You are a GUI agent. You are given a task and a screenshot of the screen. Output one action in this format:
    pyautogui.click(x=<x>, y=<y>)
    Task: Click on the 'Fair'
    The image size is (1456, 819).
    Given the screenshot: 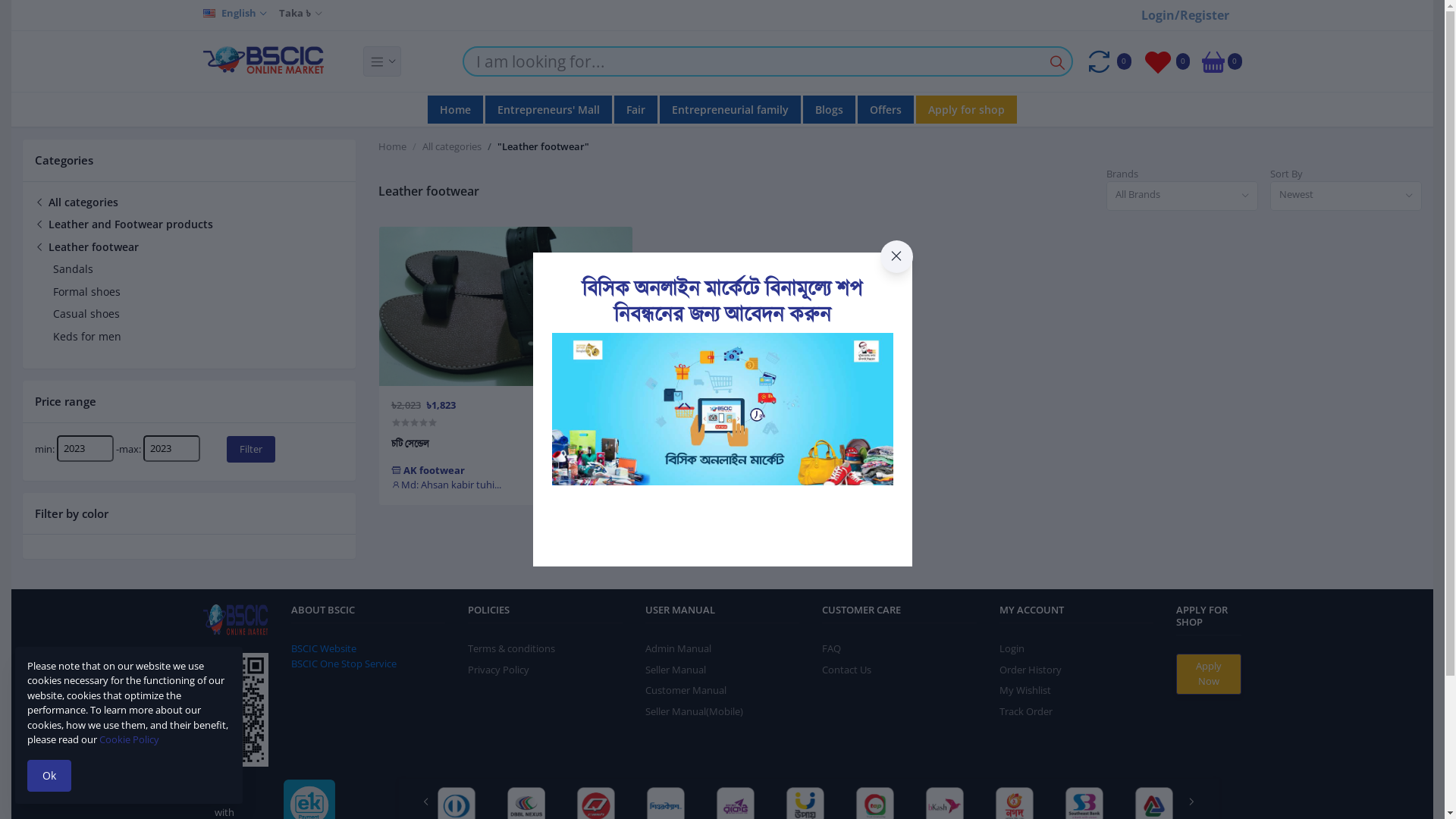 What is the action you would take?
    pyautogui.click(x=635, y=108)
    